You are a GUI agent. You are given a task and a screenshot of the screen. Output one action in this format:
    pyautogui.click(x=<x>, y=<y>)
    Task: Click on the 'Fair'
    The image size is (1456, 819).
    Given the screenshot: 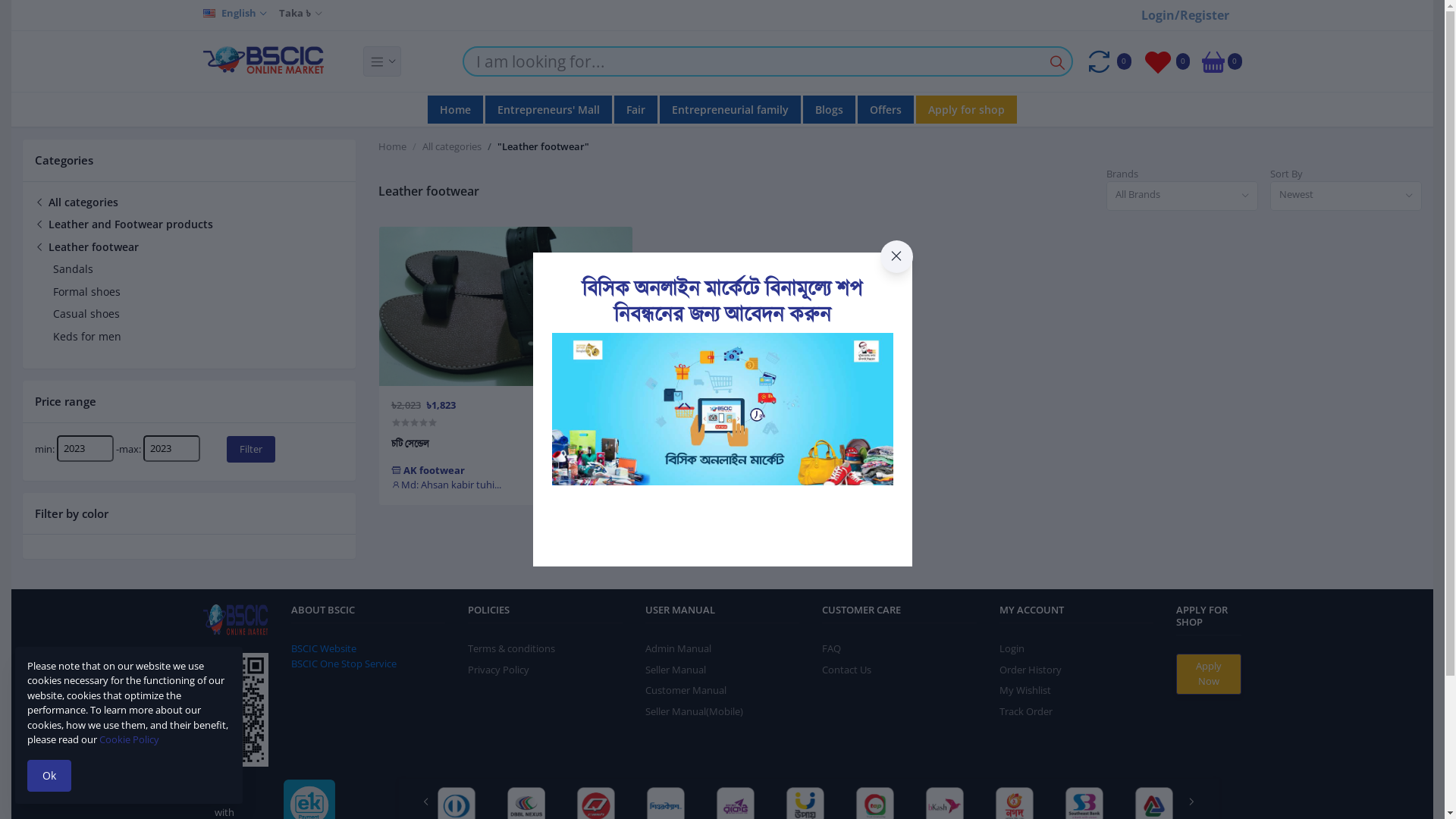 What is the action you would take?
    pyautogui.click(x=635, y=108)
    